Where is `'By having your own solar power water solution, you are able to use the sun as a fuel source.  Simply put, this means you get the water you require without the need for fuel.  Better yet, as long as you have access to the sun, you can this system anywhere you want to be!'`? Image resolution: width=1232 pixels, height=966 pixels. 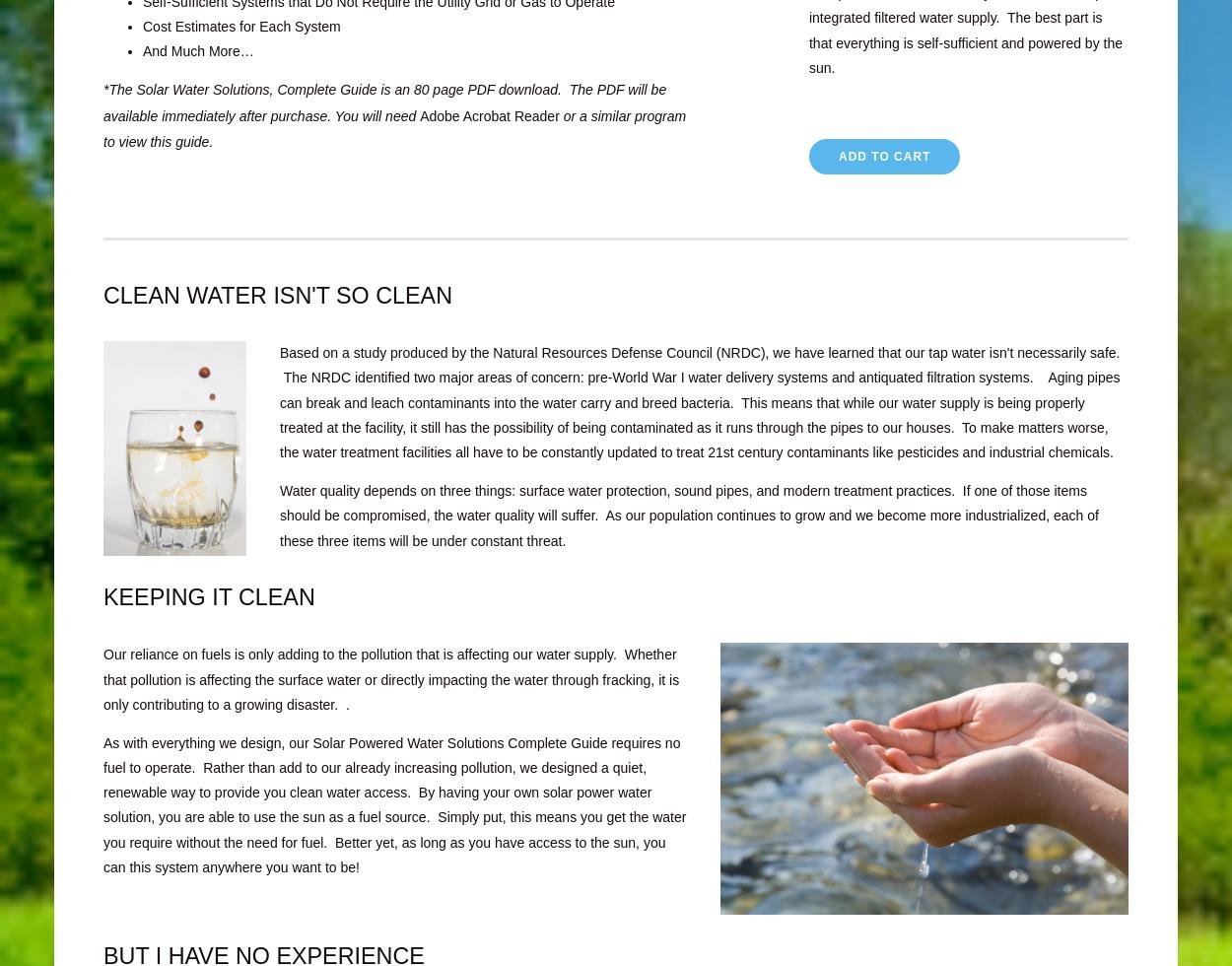 'By having your own solar power water solution, you are able to use the sun as a fuel source.  Simply put, this means you get the water you require without the need for fuel.  Better yet, as long as you have access to the sun, you can this system anywhere you want to be!' is located at coordinates (394, 829).